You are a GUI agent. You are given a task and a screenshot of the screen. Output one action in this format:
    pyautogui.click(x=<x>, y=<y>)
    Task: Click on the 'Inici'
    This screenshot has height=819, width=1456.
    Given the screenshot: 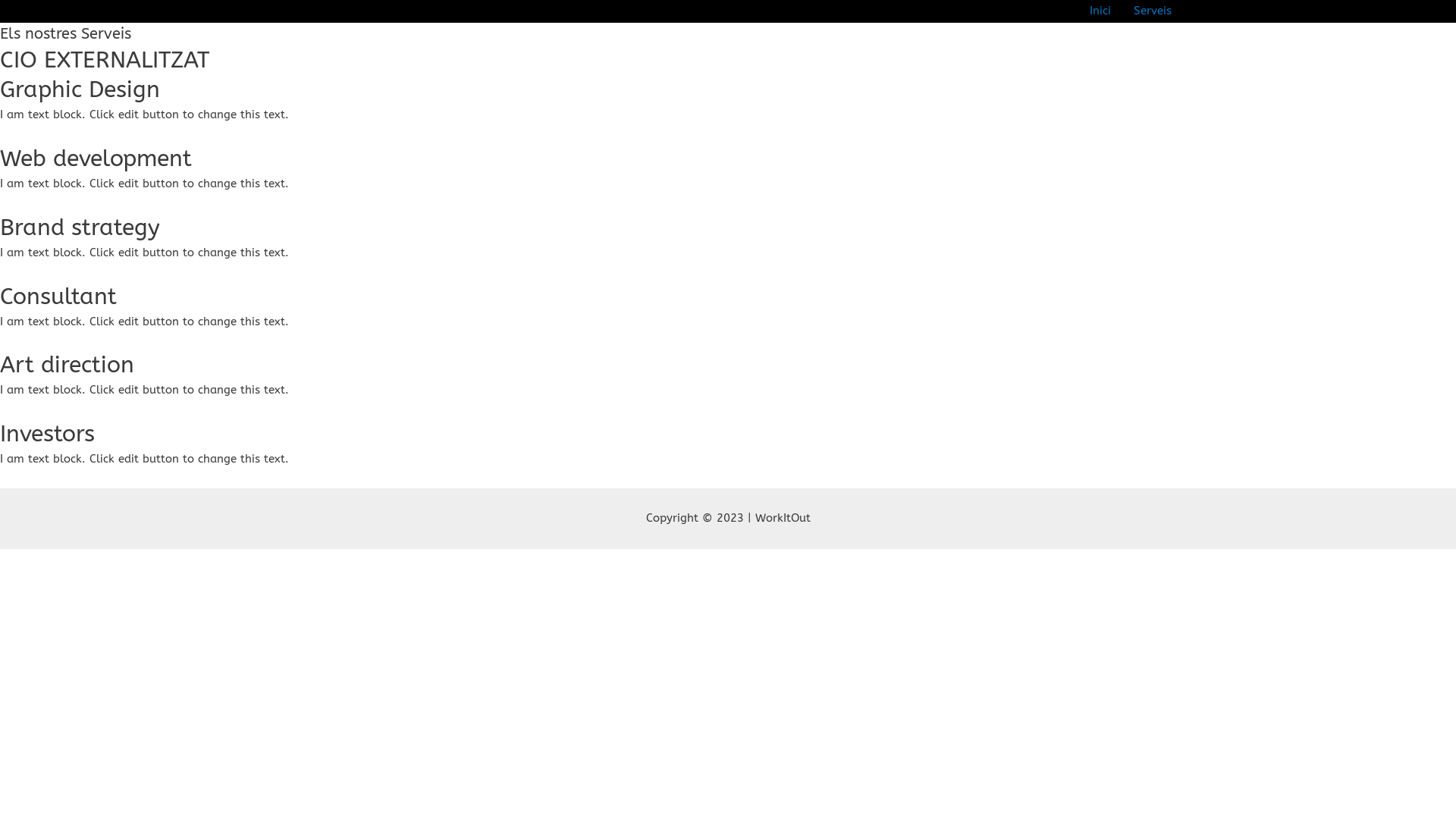 What is the action you would take?
    pyautogui.click(x=1077, y=11)
    